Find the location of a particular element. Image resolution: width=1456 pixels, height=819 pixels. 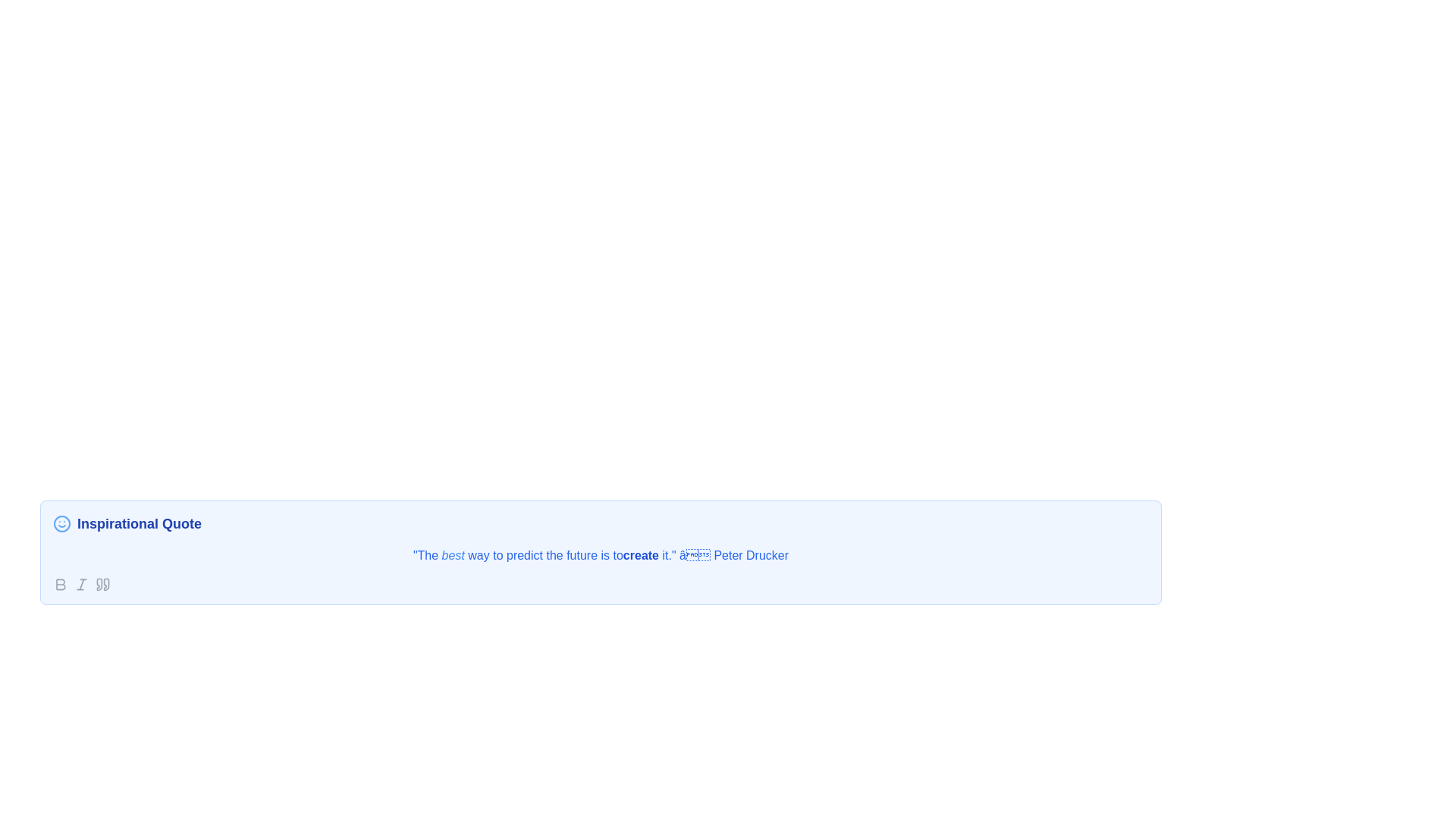

the italicization icon, which is the second icon in a sequence of three formatting icons is located at coordinates (81, 584).